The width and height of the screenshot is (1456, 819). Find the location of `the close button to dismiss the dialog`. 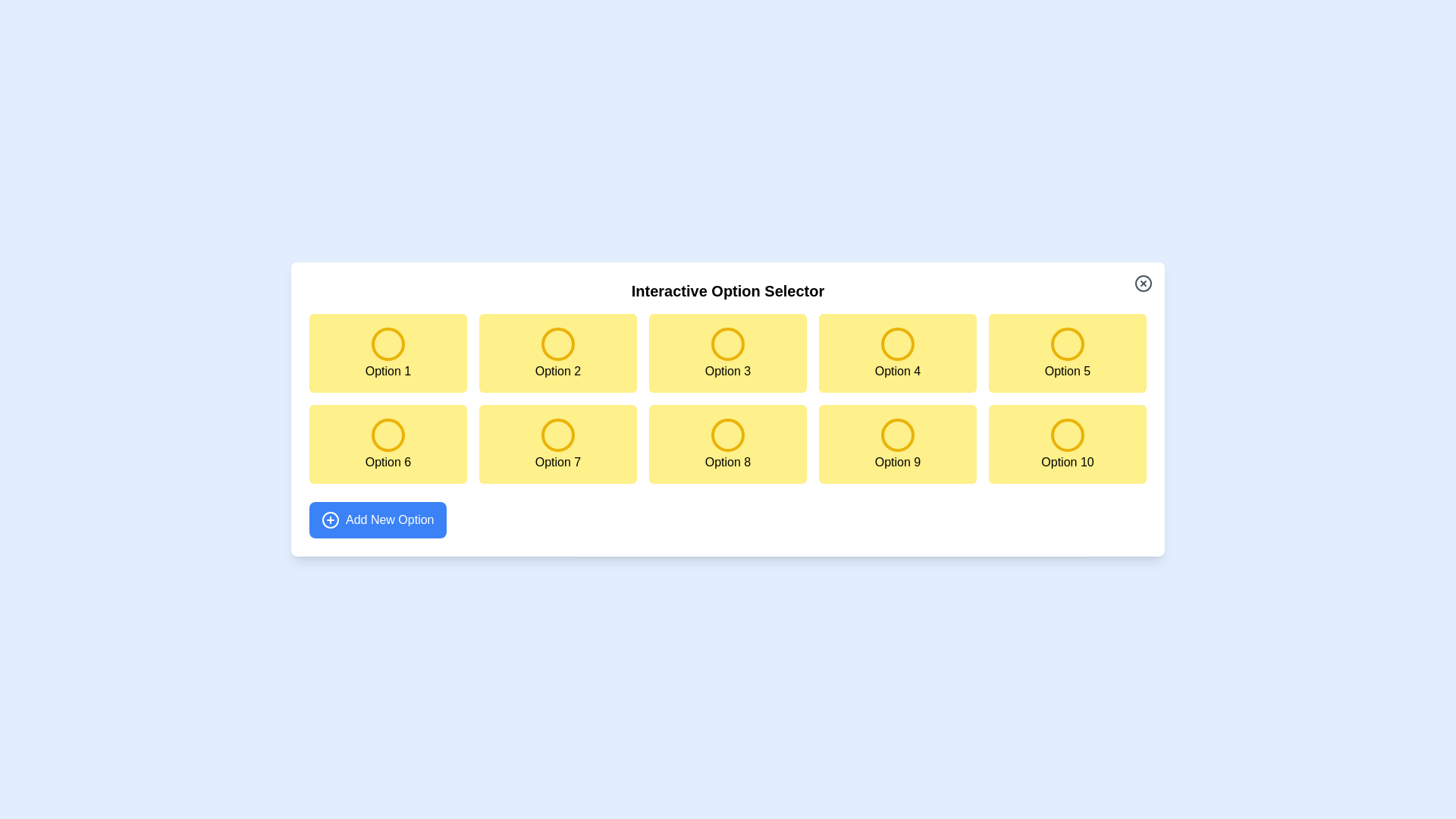

the close button to dismiss the dialog is located at coordinates (1143, 284).